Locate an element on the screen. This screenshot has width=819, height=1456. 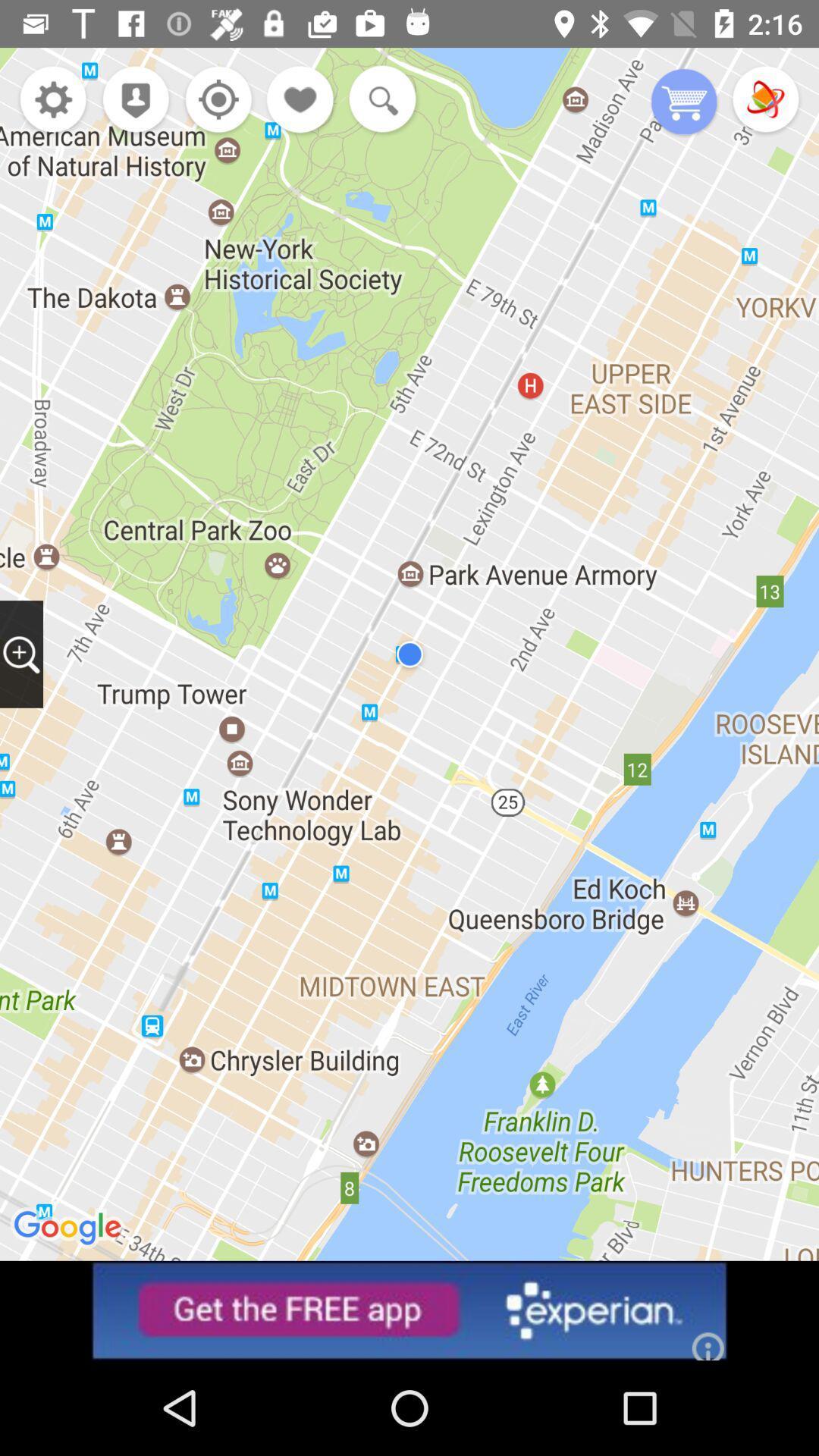
the avatar icon is located at coordinates (130, 100).